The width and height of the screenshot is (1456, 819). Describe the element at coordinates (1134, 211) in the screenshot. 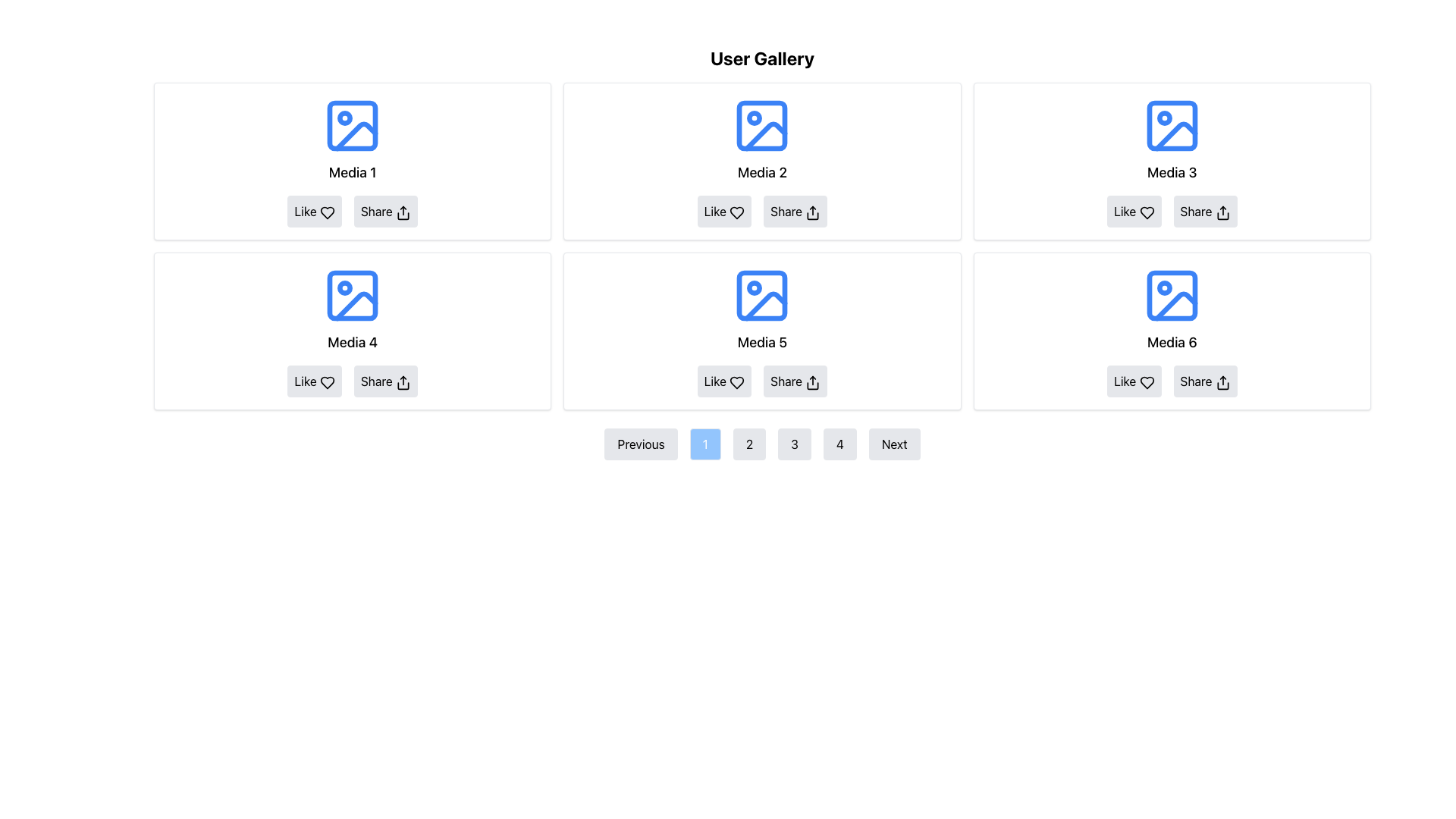

I see `the 'Like' button located directly below the 'Media 3' image in the third column of the top row, which is the leftmost button among two horizontally aligned buttons` at that location.